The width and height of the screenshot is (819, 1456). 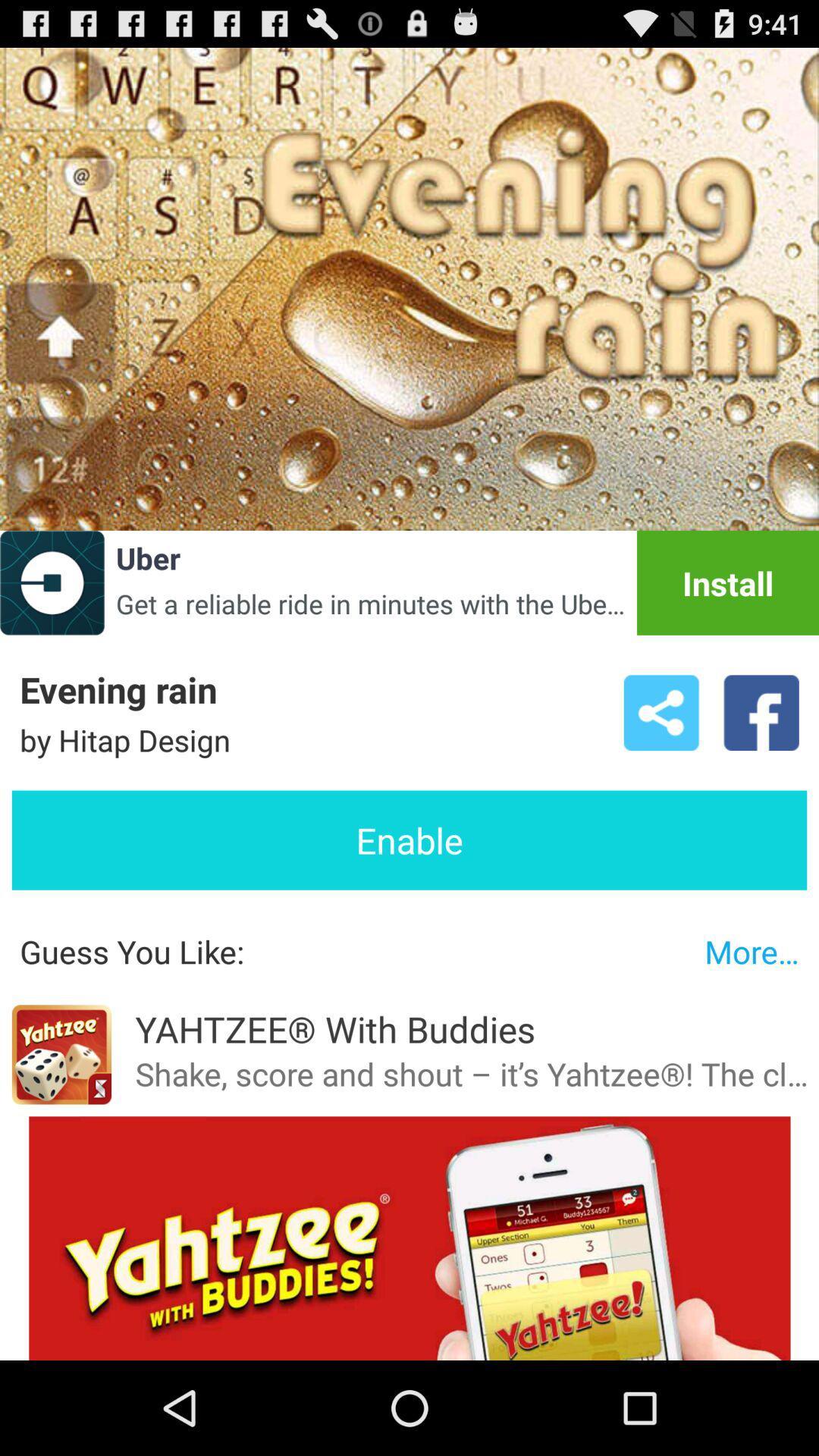 What do you see at coordinates (752, 950) in the screenshot?
I see `the icon to the right of the guess you like: item` at bounding box center [752, 950].